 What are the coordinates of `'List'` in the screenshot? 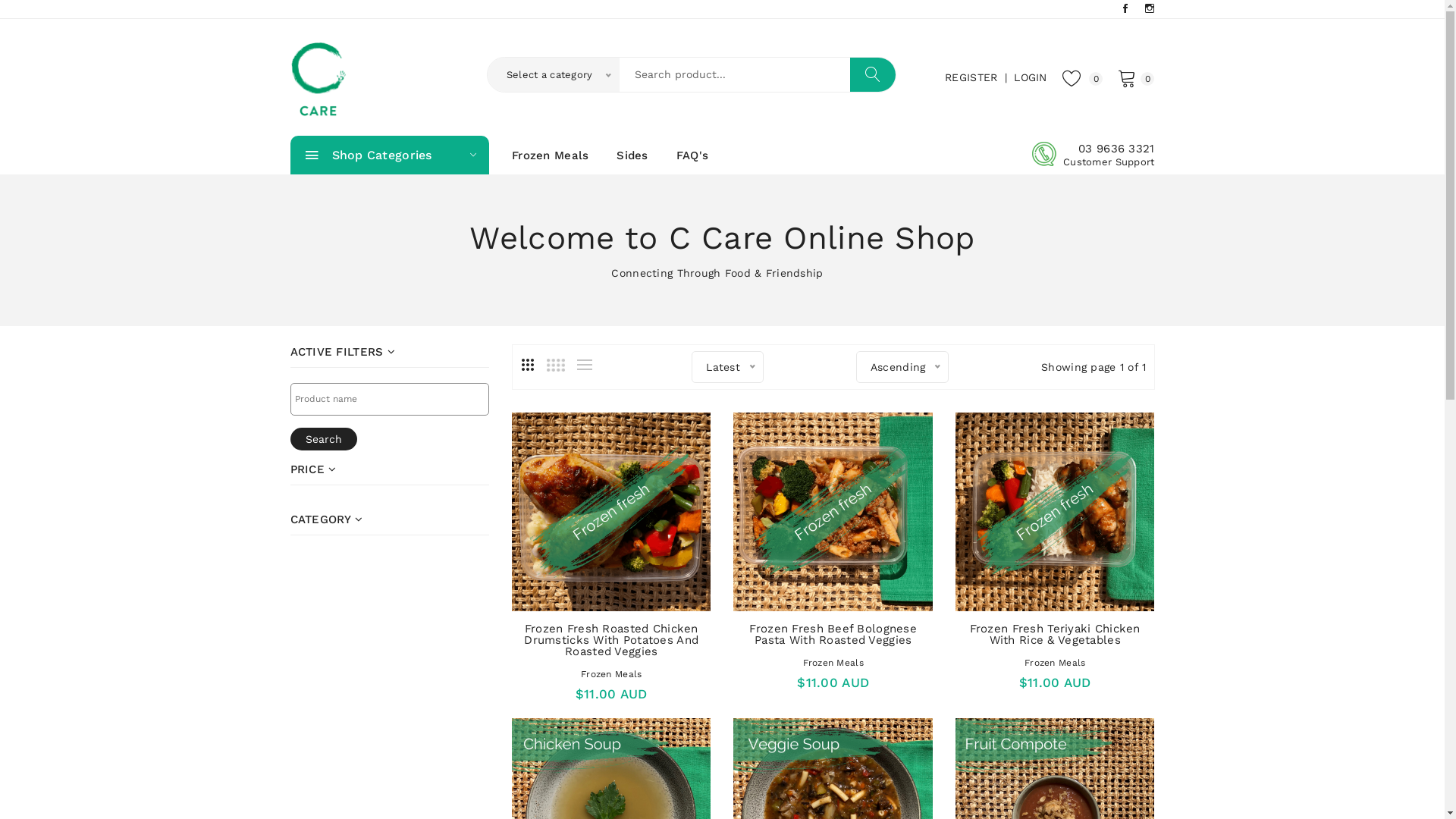 It's located at (584, 365).